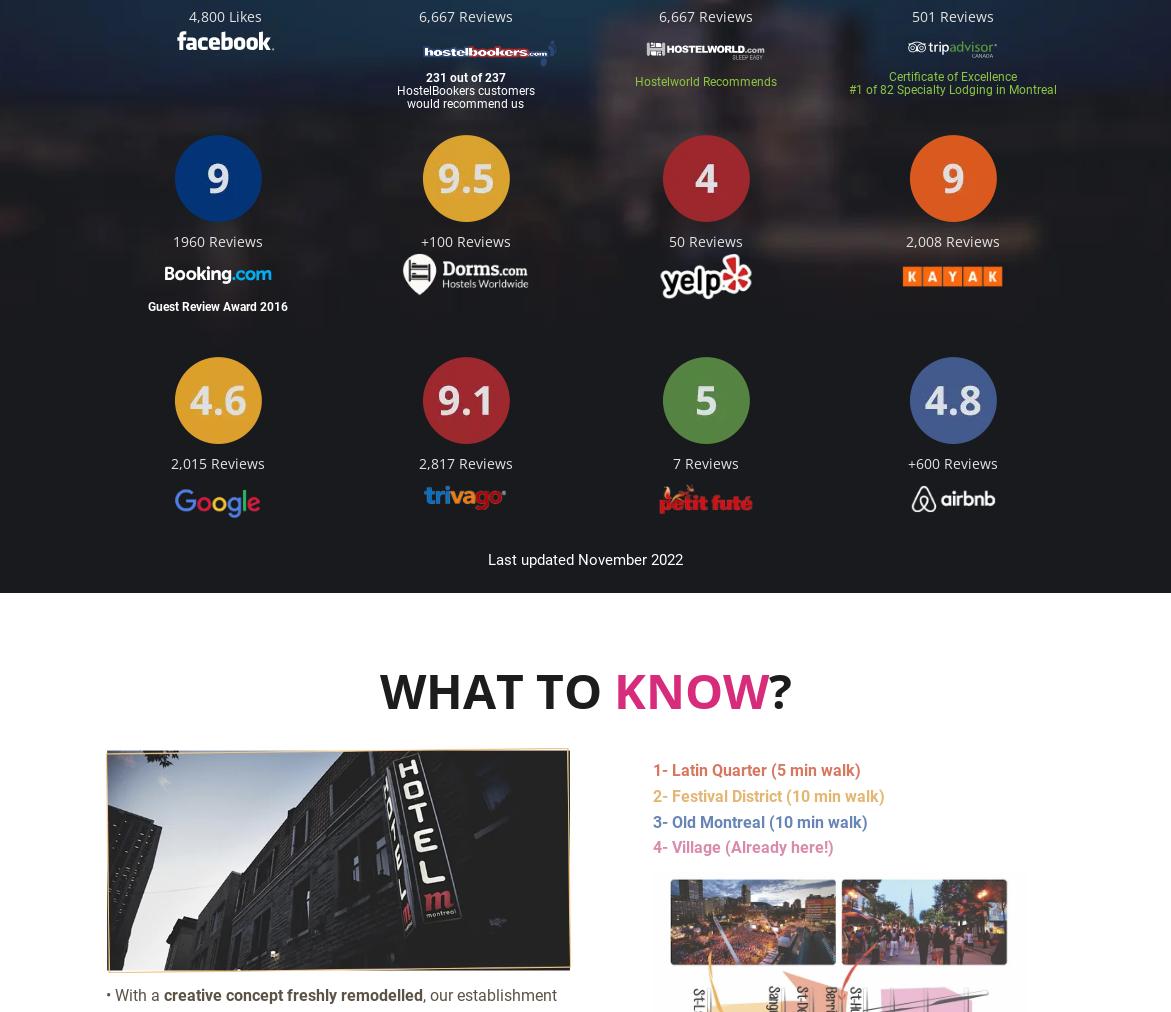  What do you see at coordinates (423, 76) in the screenshot?
I see `'231 out of 237'` at bounding box center [423, 76].